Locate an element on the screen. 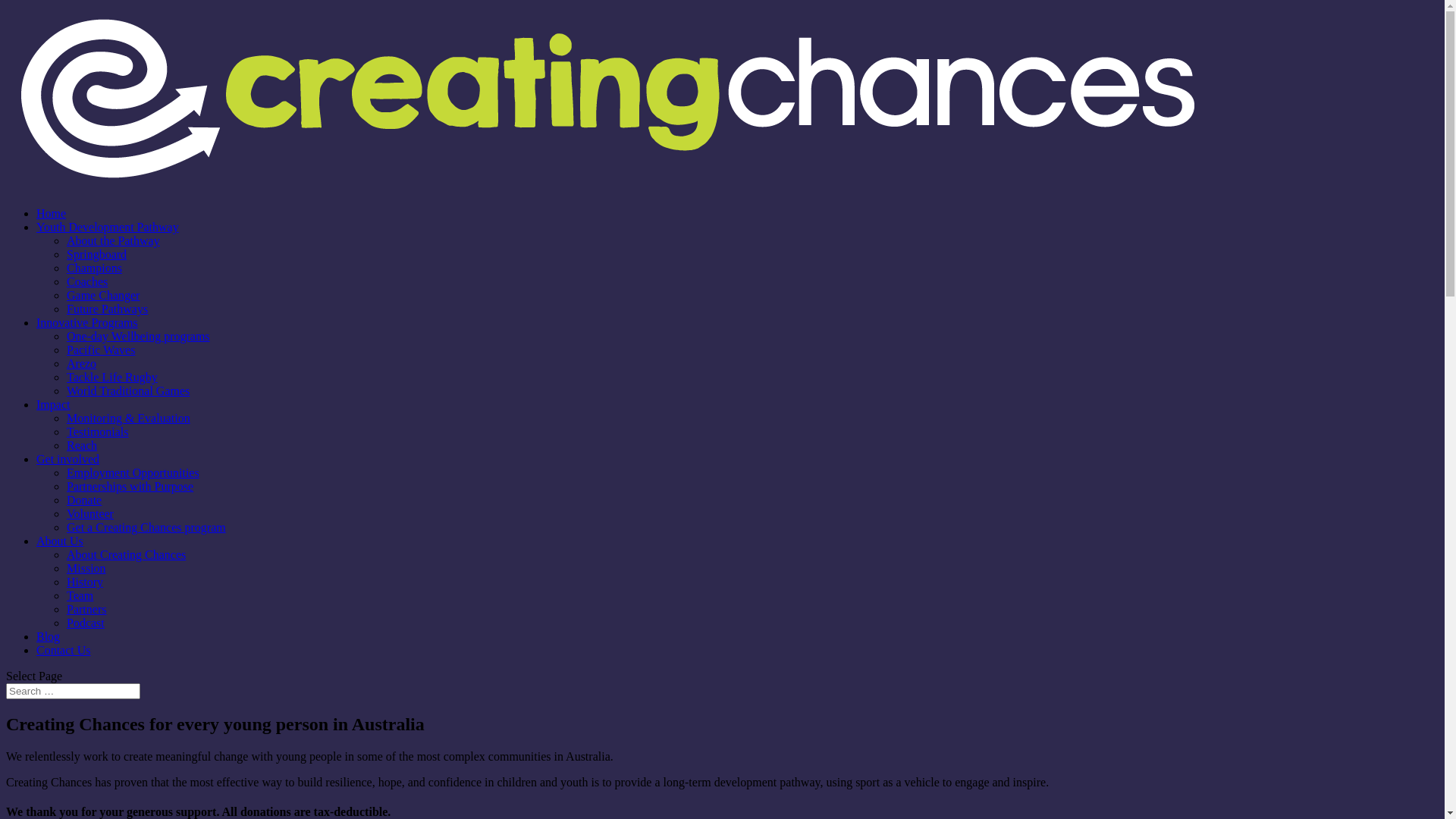  'Coaches' is located at coordinates (86, 281).